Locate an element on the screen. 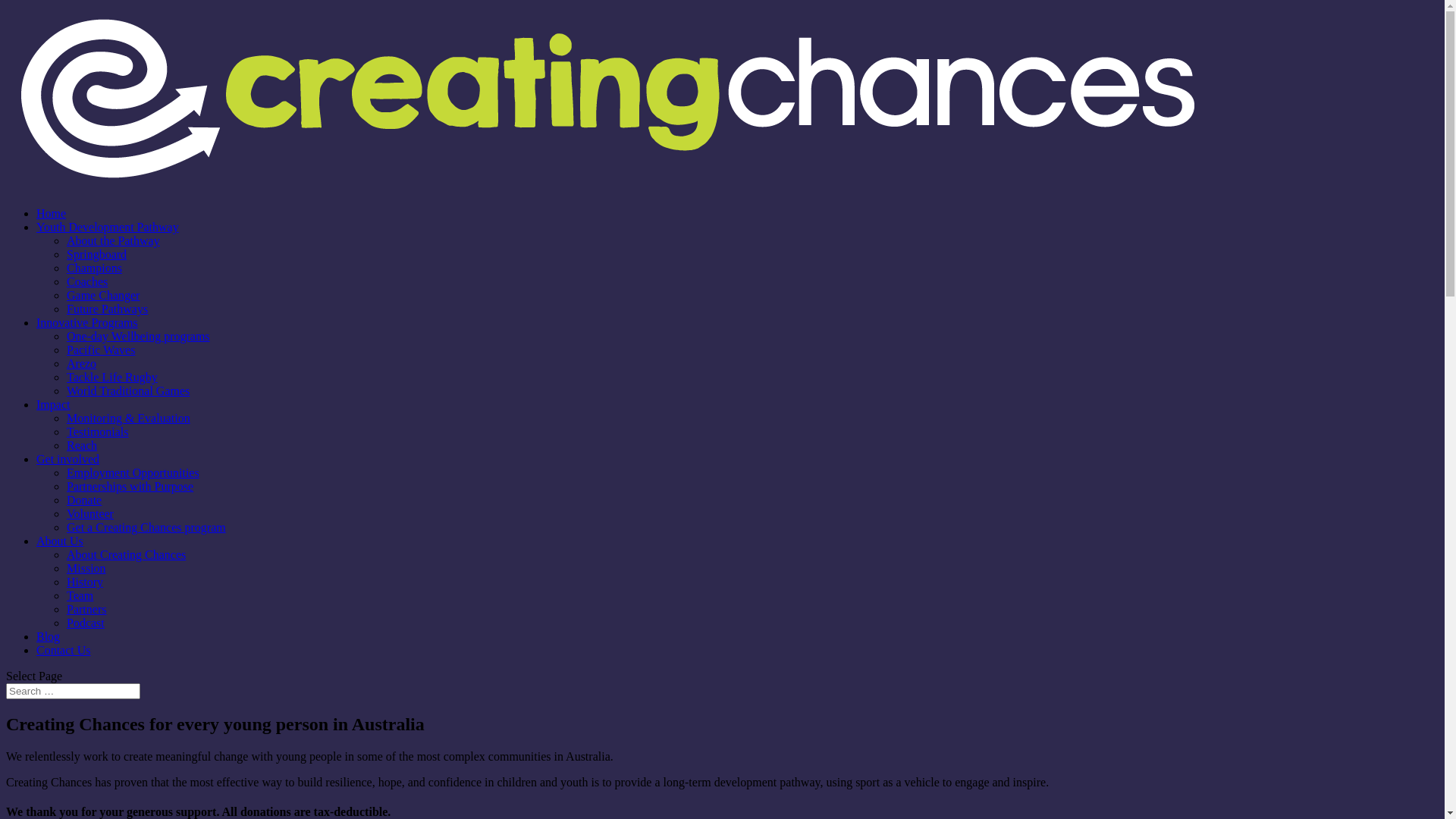  'Coaches' is located at coordinates (86, 281).